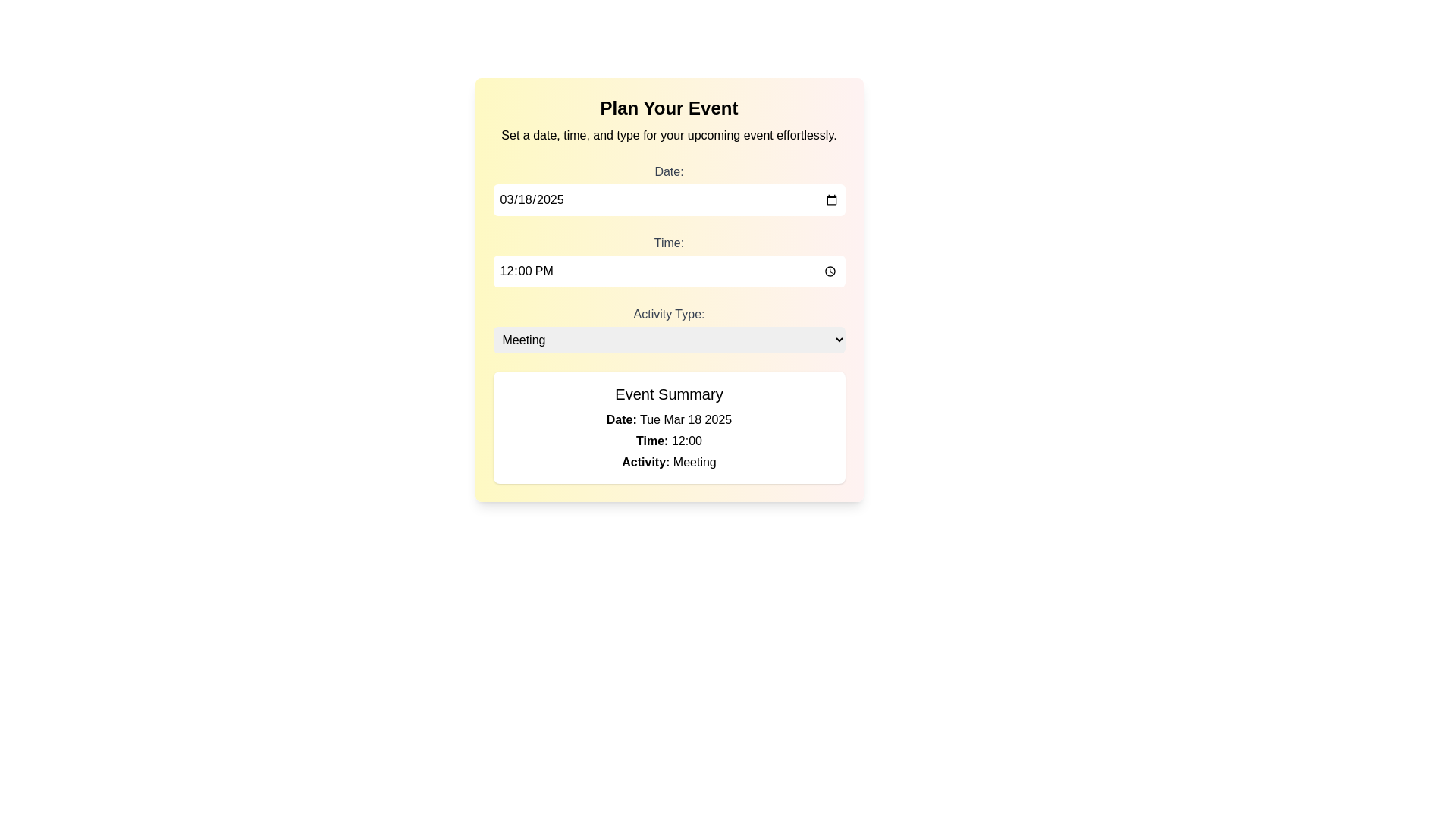  What do you see at coordinates (621, 419) in the screenshot?
I see `the bolded label 'Date:' located in the event summary section beneath the event planning form` at bounding box center [621, 419].